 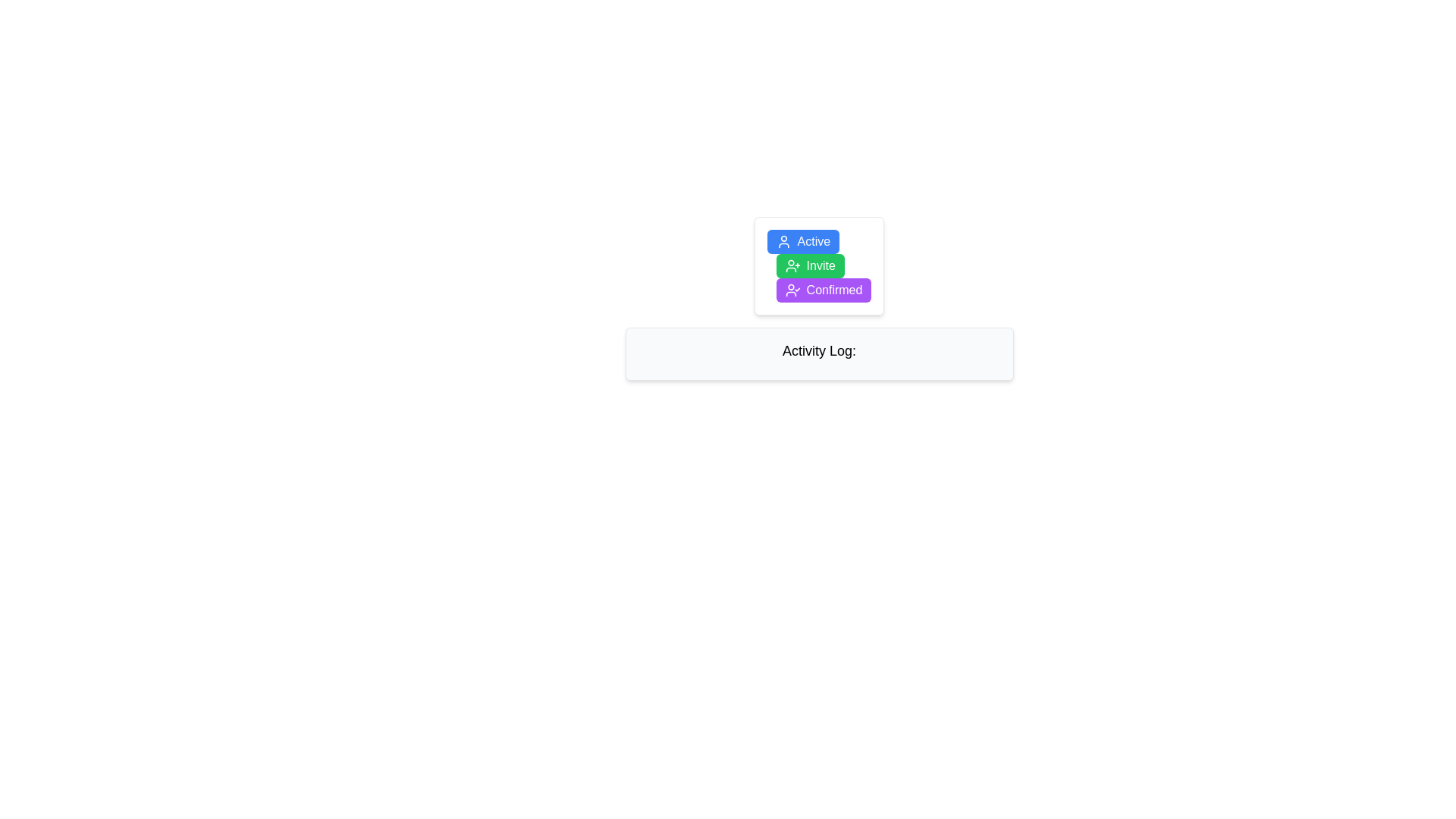 What do you see at coordinates (792, 290) in the screenshot?
I see `the user profile icon with a checkmark, which is the leftmost icon in the 'Confirmed' button on a purple background` at bounding box center [792, 290].